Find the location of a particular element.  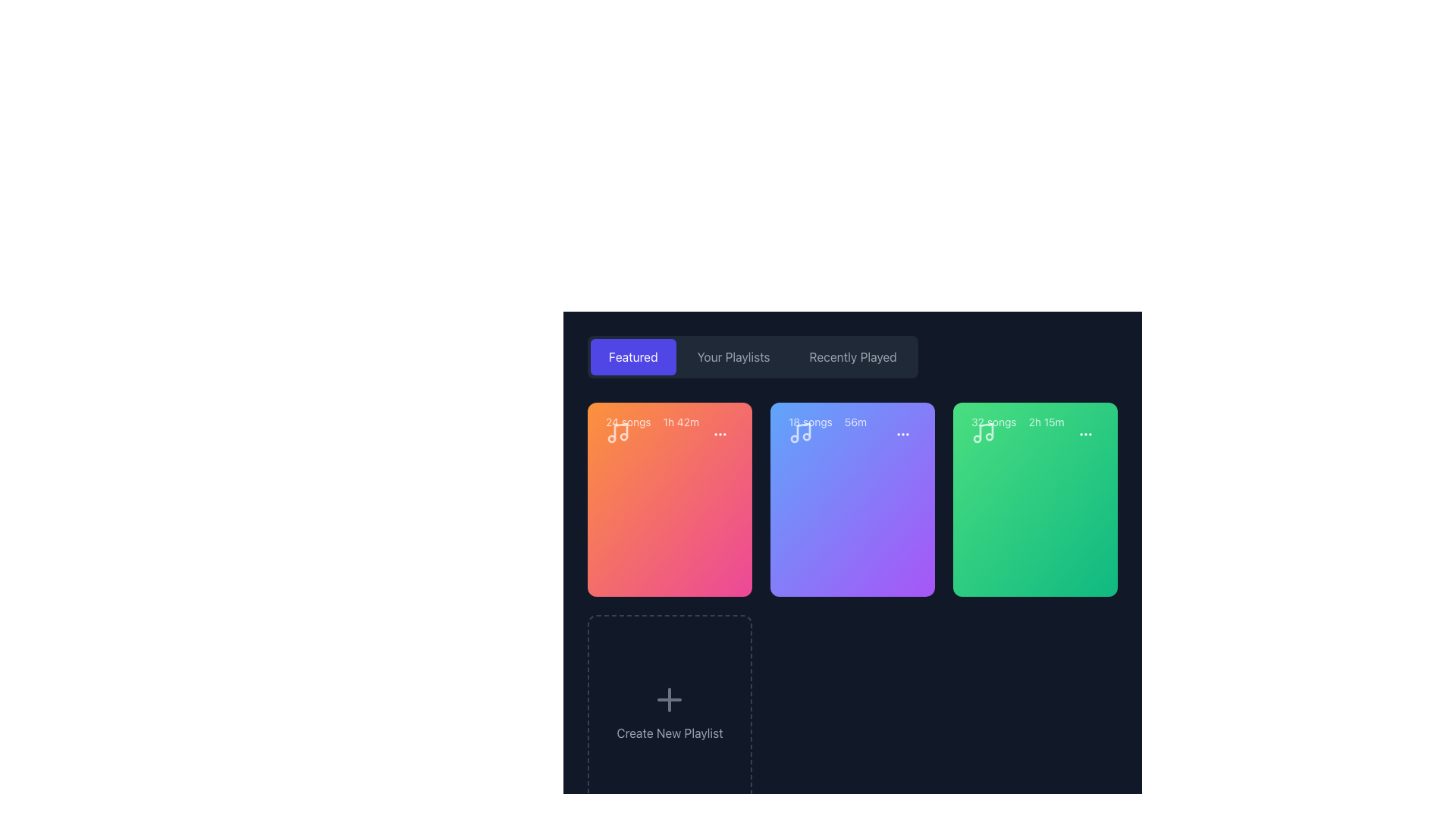

the green rectangular Playlist card that displays '32 songs 2h 15m' is located at coordinates (1034, 500).